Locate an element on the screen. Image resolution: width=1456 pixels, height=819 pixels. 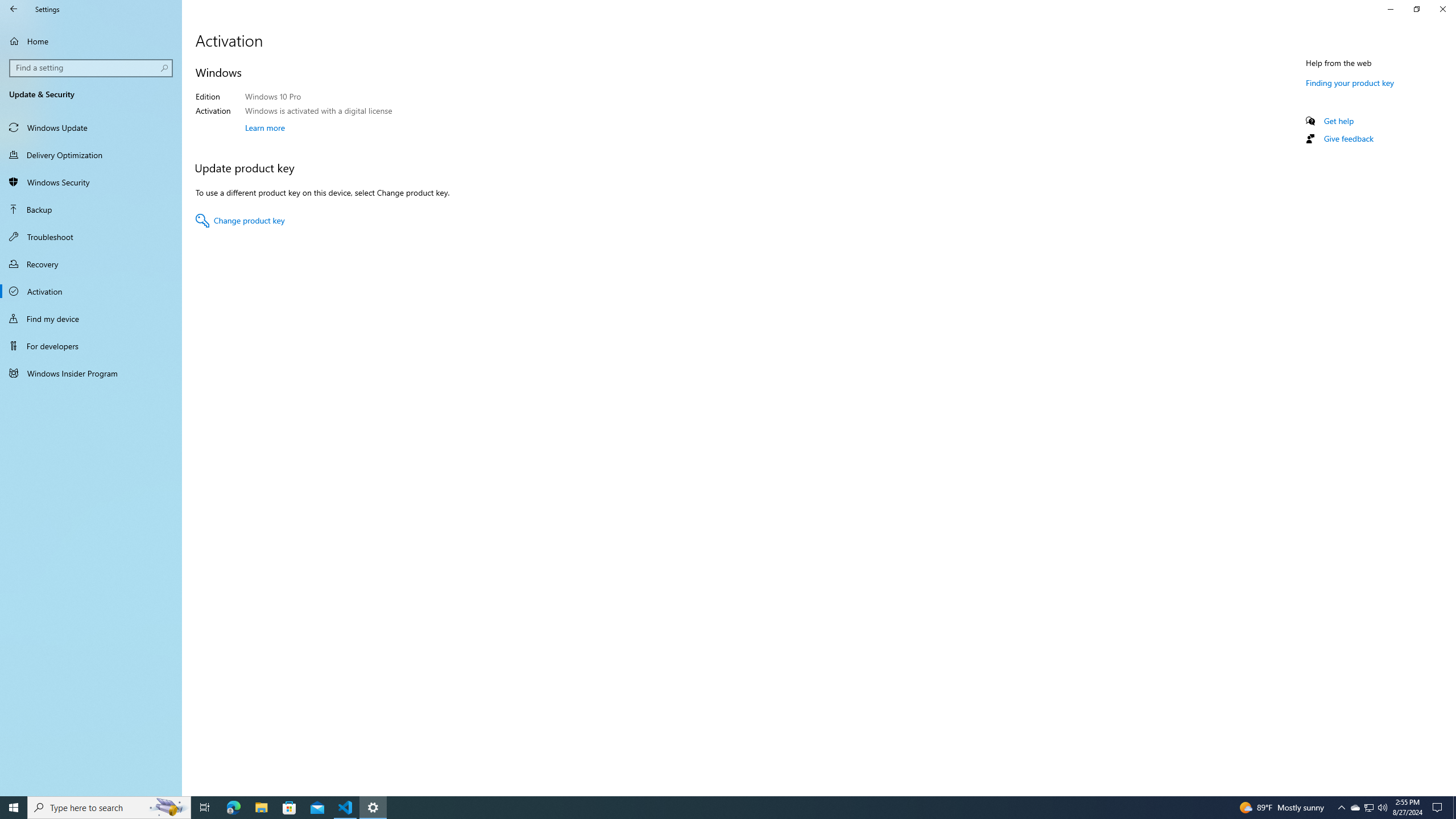
'Microsoft Store' is located at coordinates (289, 806).